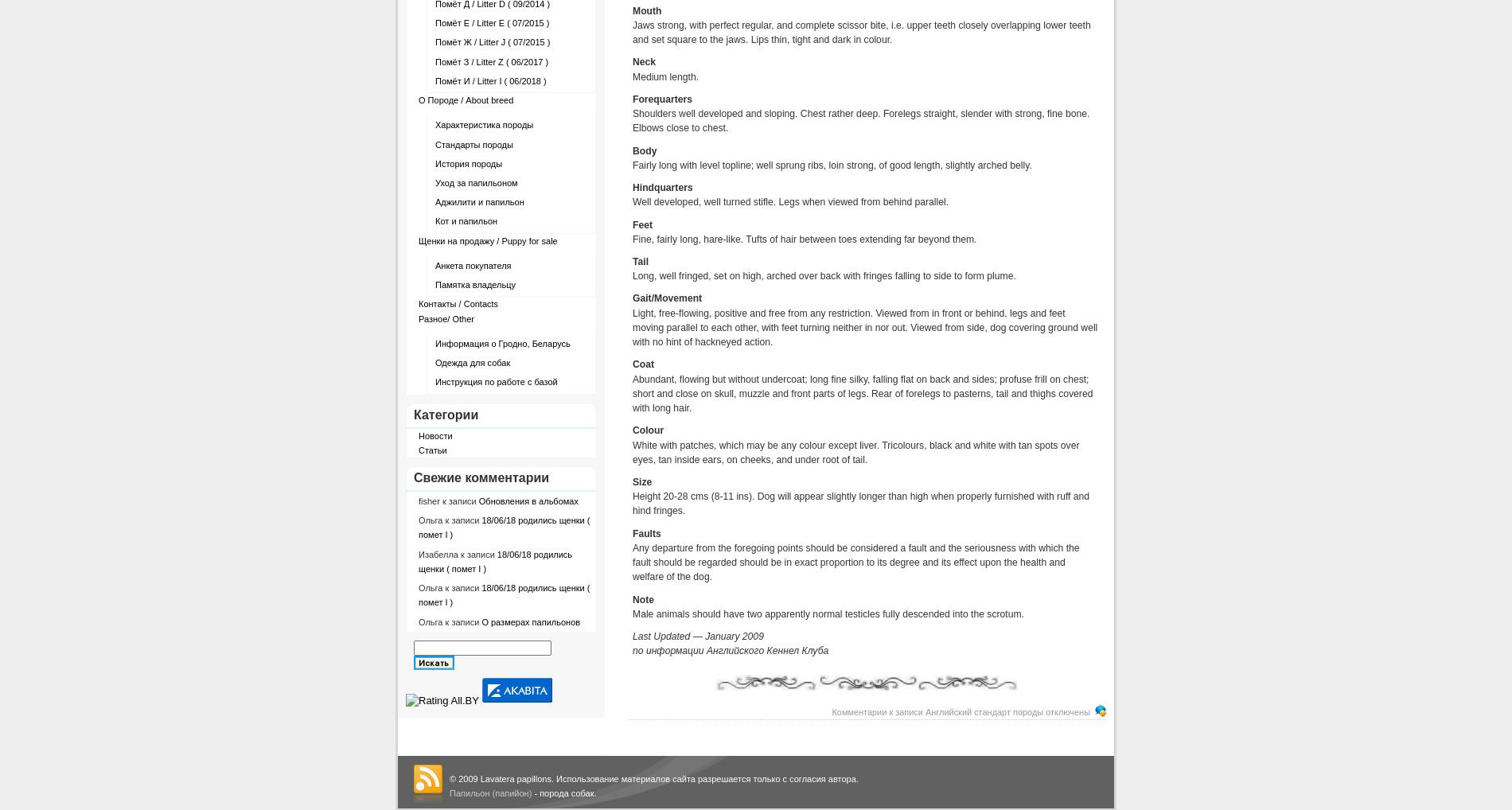 The image size is (1512, 810). I want to click on 'Height 20-28 cms (8-11 ins). Dog will appear slightly longer than high when properly furnished with ruff and hind fringes.', so click(861, 502).